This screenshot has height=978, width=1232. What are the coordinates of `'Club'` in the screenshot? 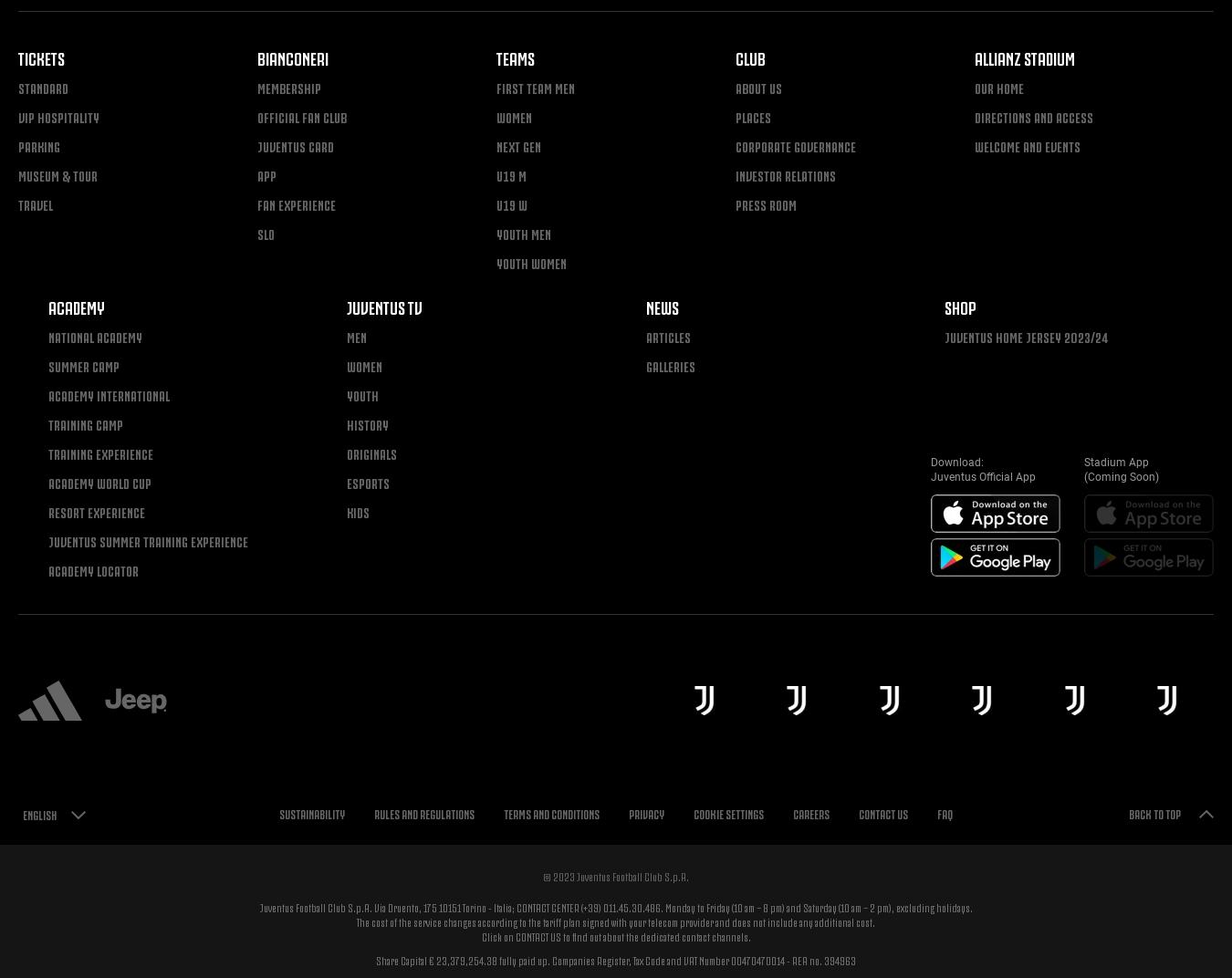 It's located at (750, 57).